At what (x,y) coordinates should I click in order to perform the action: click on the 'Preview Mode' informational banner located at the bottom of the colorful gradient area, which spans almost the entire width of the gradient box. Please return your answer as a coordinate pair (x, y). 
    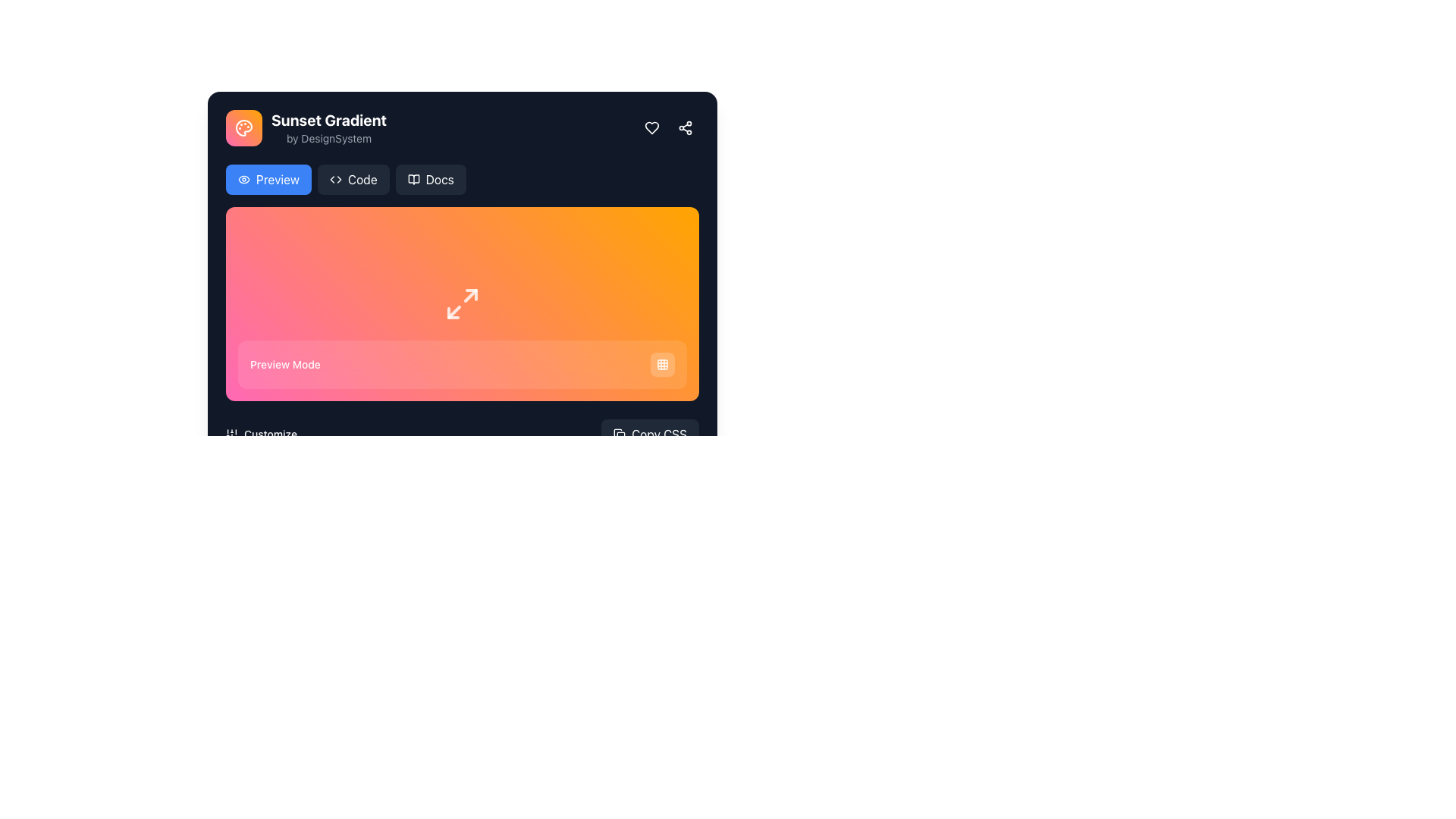
    Looking at the image, I should click on (461, 365).